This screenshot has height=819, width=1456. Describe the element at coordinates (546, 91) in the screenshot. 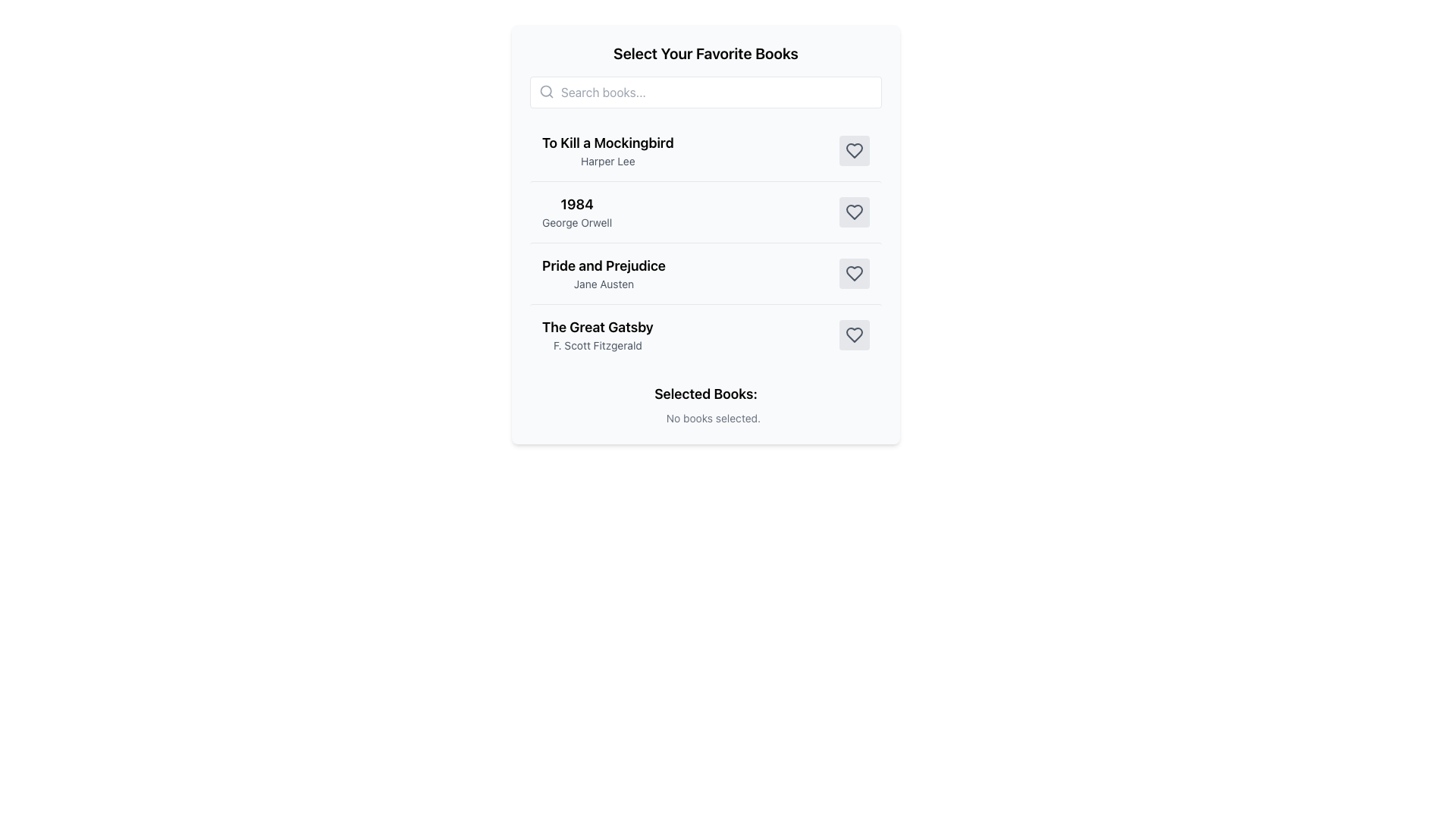

I see `the search icon, which is a circular magnifying glass located to the left of the search input field with the placeholder text 'Search books...'` at that location.